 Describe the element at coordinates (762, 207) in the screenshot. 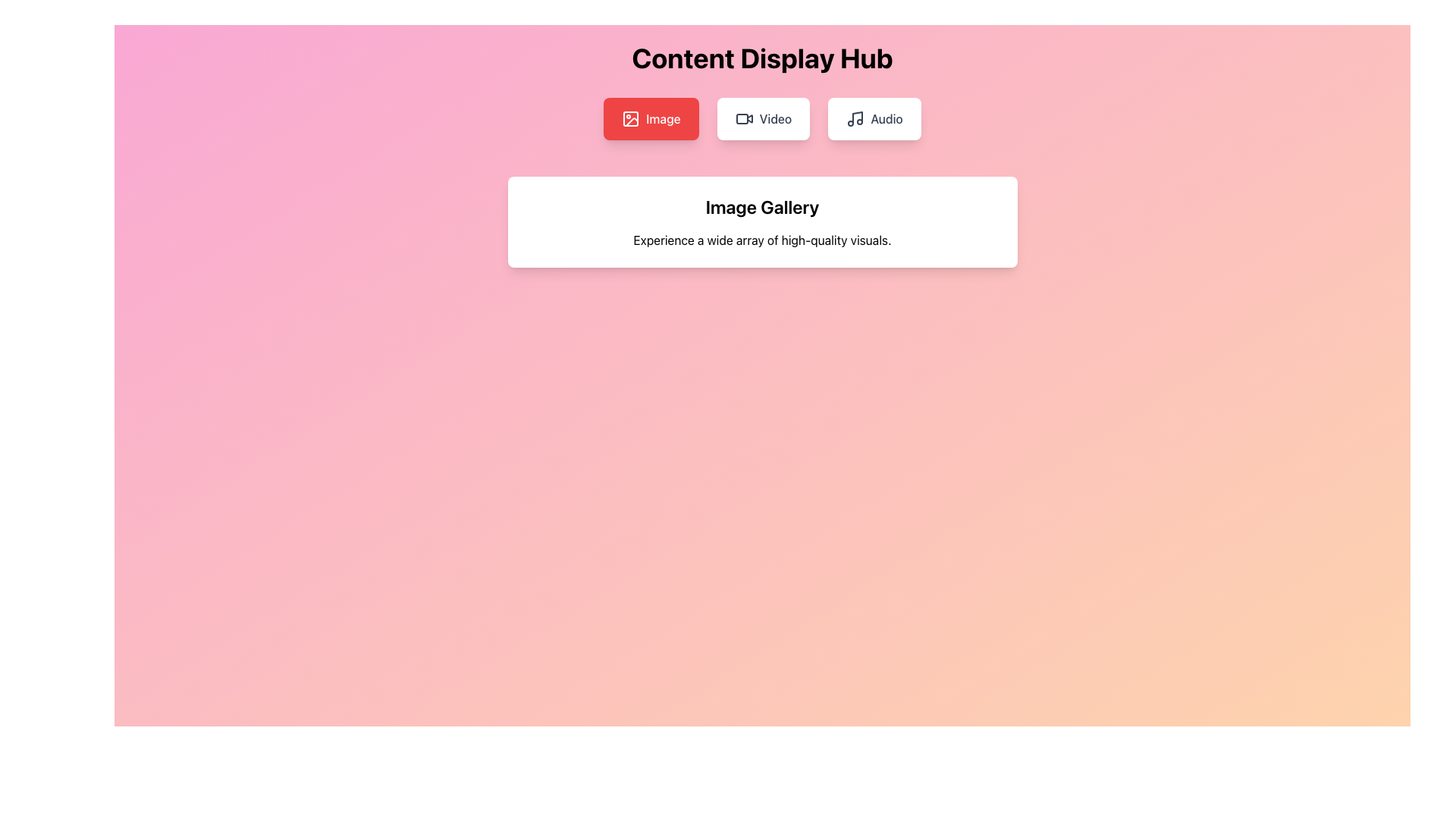

I see `the header text indicating the content focus of the image gallery, which is positioned at the top of a white card-like section` at that location.